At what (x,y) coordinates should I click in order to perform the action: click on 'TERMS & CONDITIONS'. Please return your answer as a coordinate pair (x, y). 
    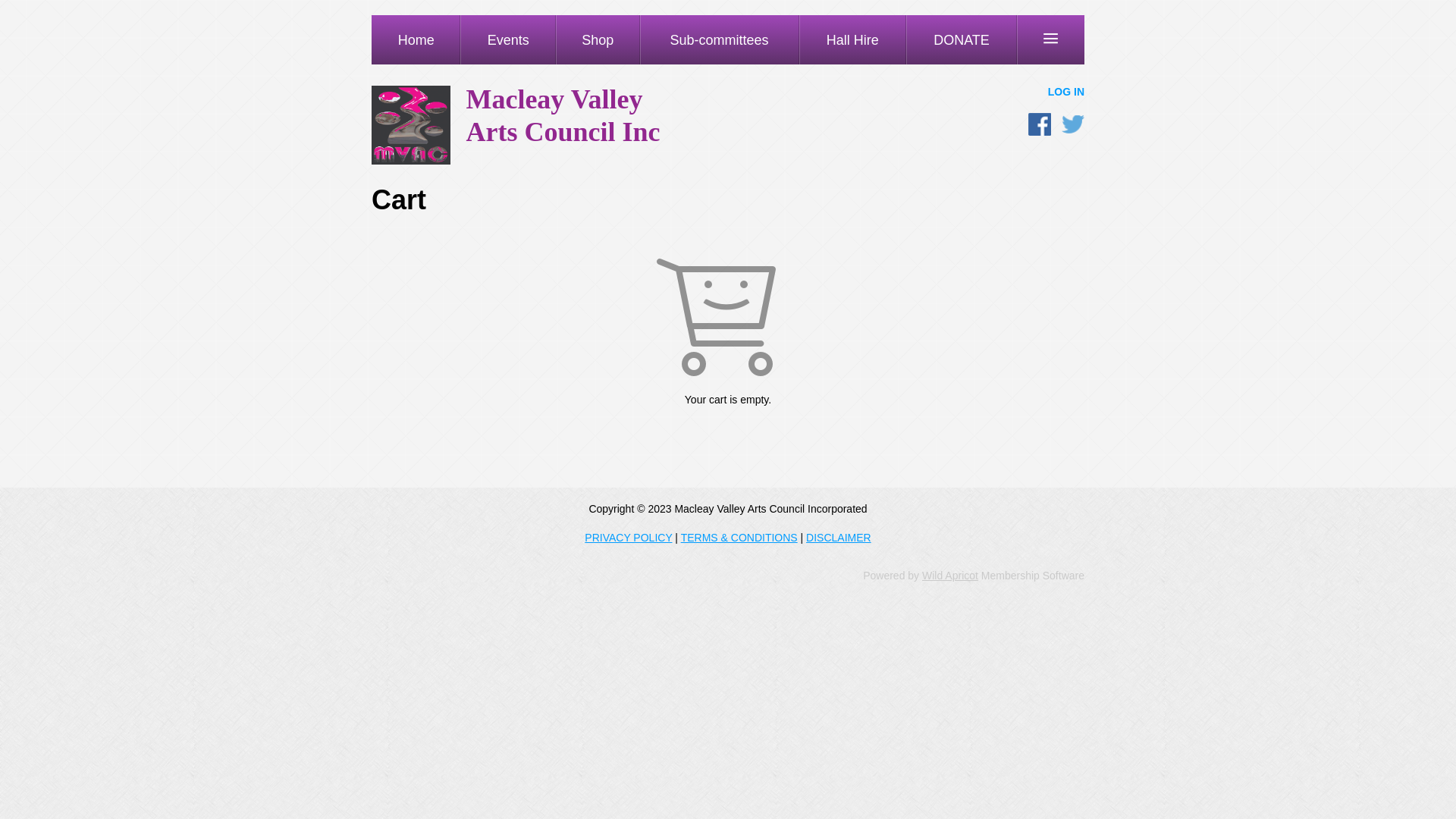
    Looking at the image, I should click on (739, 537).